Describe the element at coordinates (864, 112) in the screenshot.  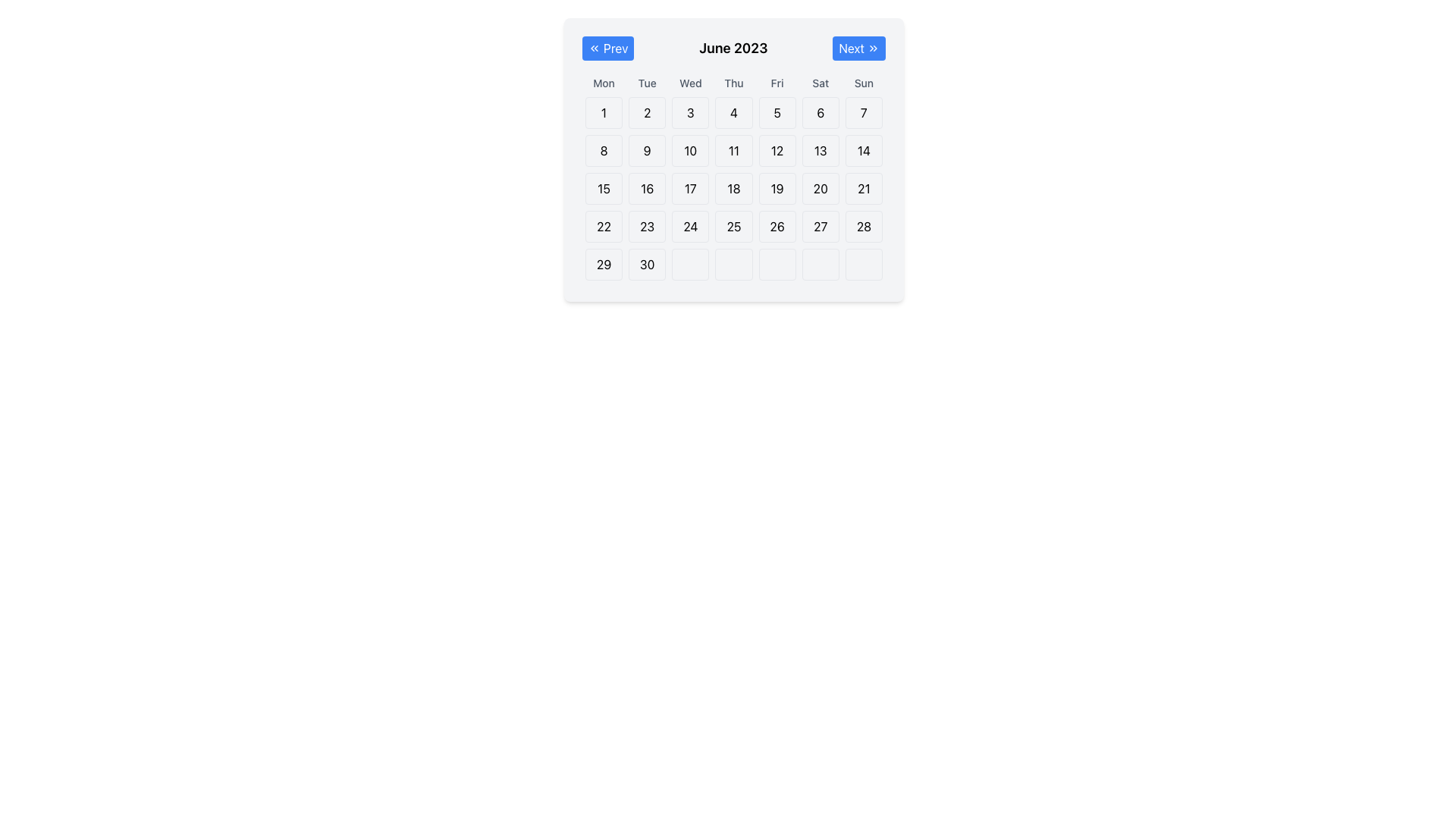
I see `the square button with rounded corners containing the digit '7' in bold, black text, located at the top-right corner of the button grid` at that location.